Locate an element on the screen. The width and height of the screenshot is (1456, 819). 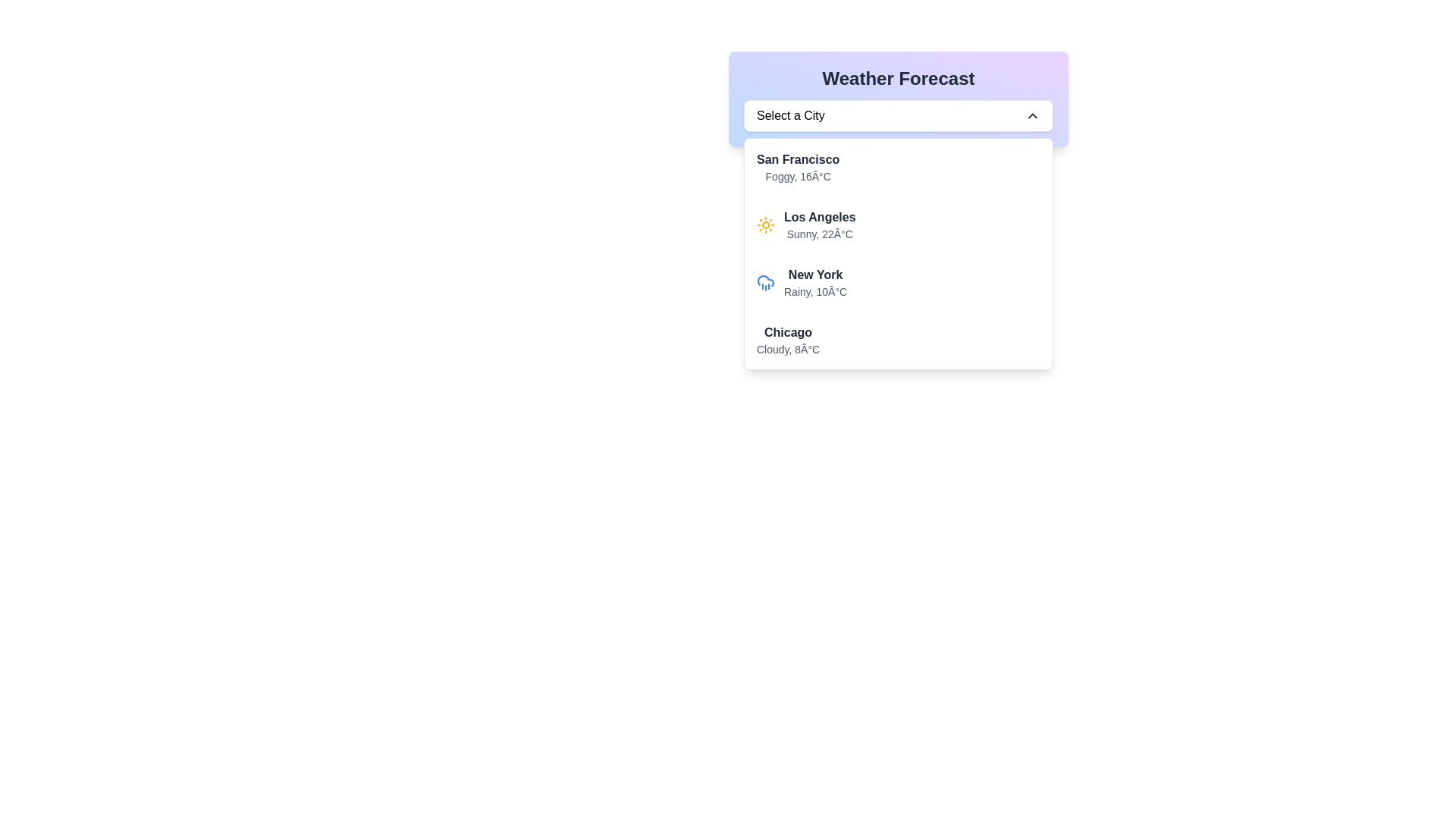
the static informational label displaying weather information for Chicago, which shows 'Chicago' in bold dark gray text and 'Cloudy, 8°C' below it in lighter gray text is located at coordinates (788, 339).